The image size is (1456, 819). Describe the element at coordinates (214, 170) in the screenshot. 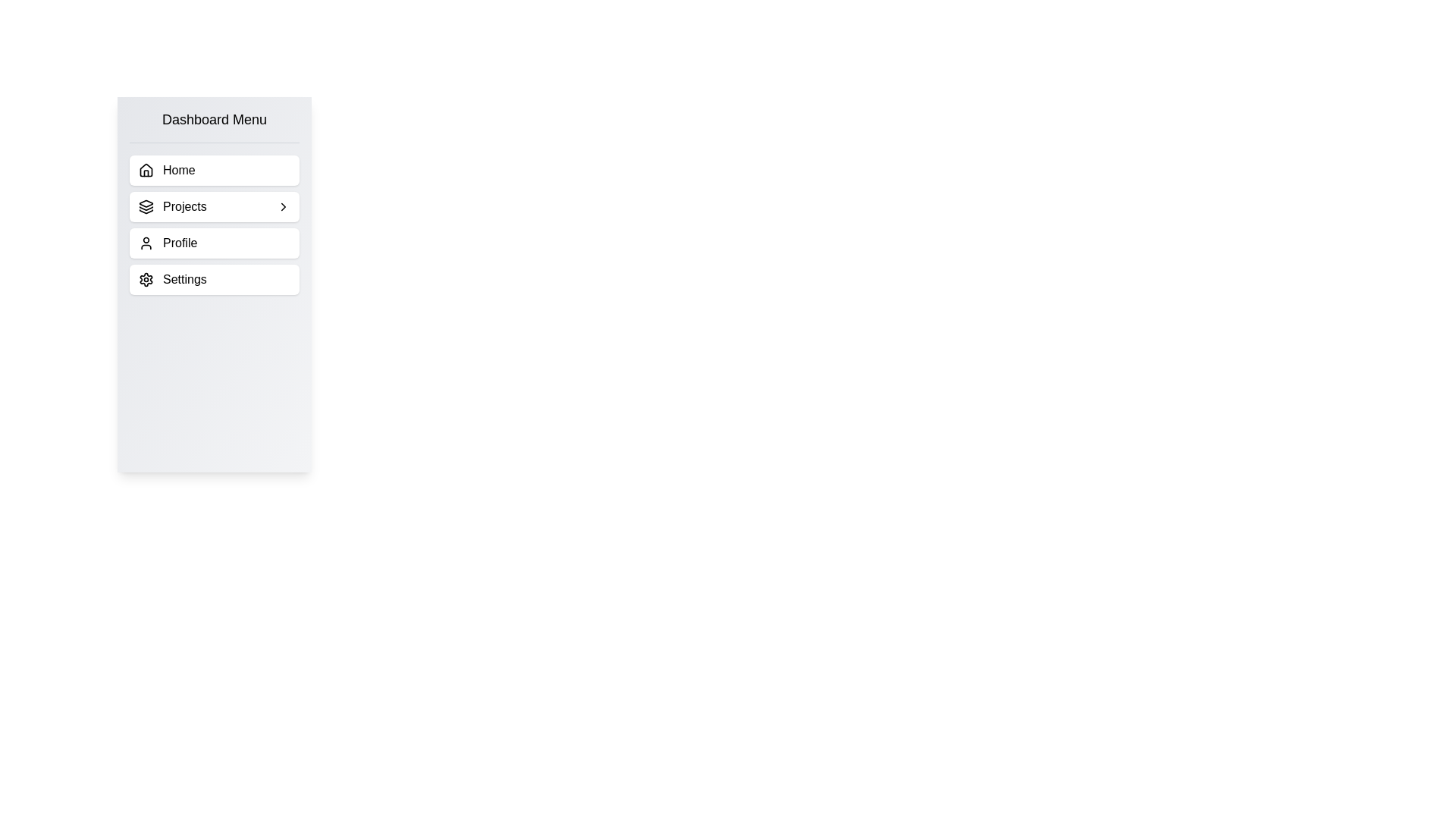

I see `the 'Home' button located at the top of the 'Dashboard Menu' section for keyboard accessibility` at that location.